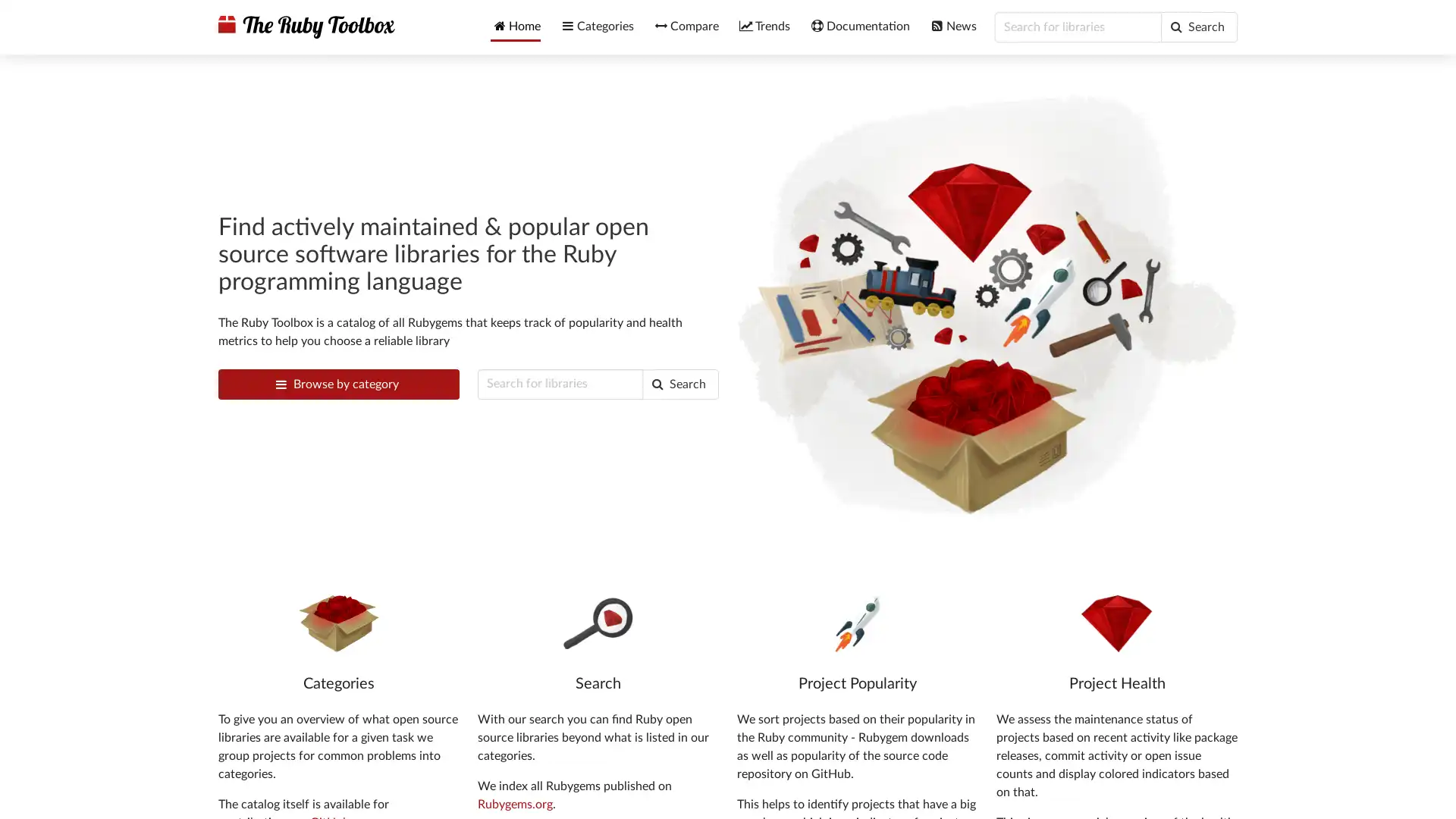  Describe the element at coordinates (679, 382) in the screenshot. I see `Search` at that location.